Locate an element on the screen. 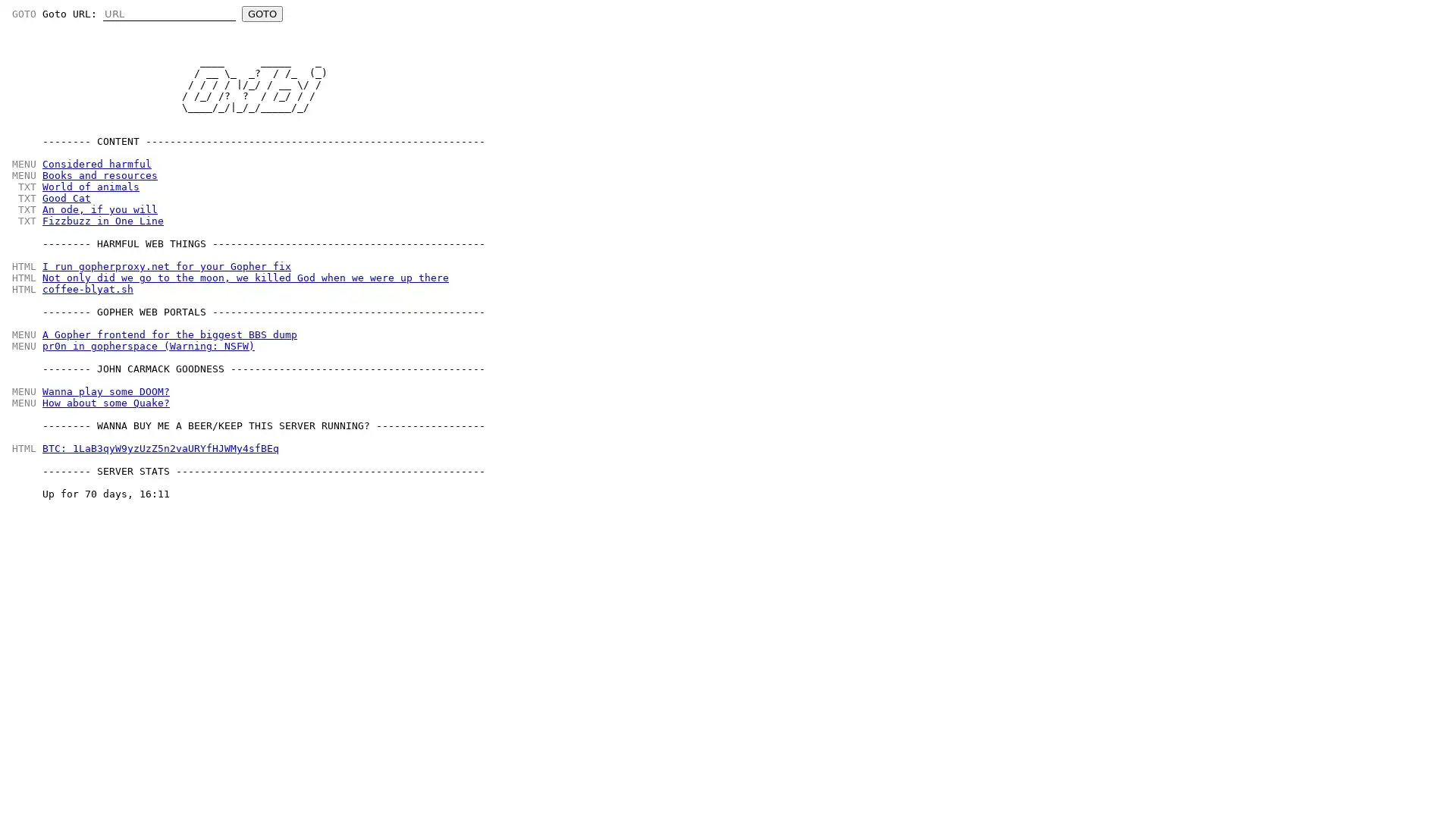 The height and width of the screenshot is (819, 1456). GOTO is located at coordinates (262, 14).